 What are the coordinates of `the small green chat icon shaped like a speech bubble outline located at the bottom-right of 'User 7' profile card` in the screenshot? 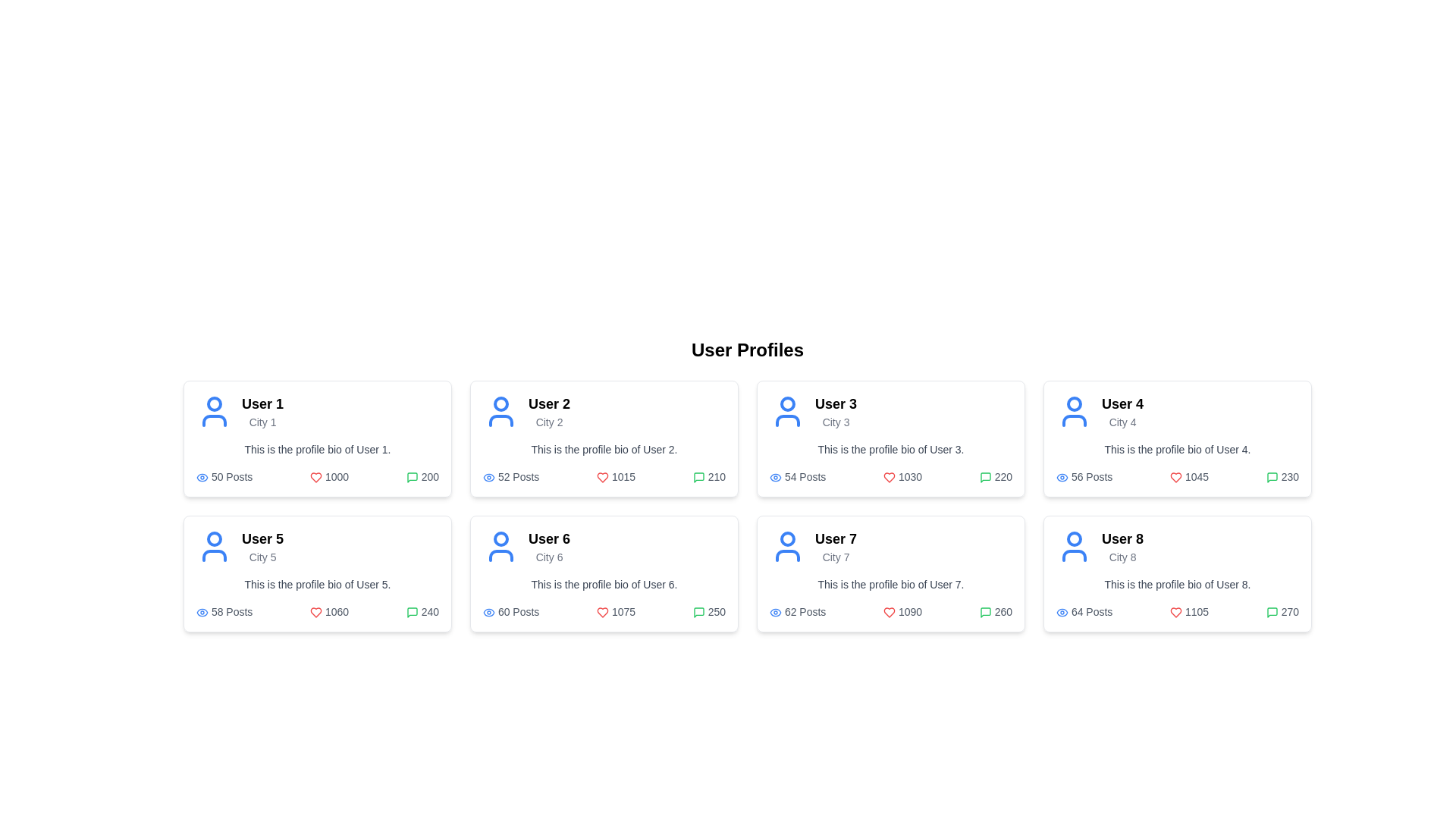 It's located at (698, 612).